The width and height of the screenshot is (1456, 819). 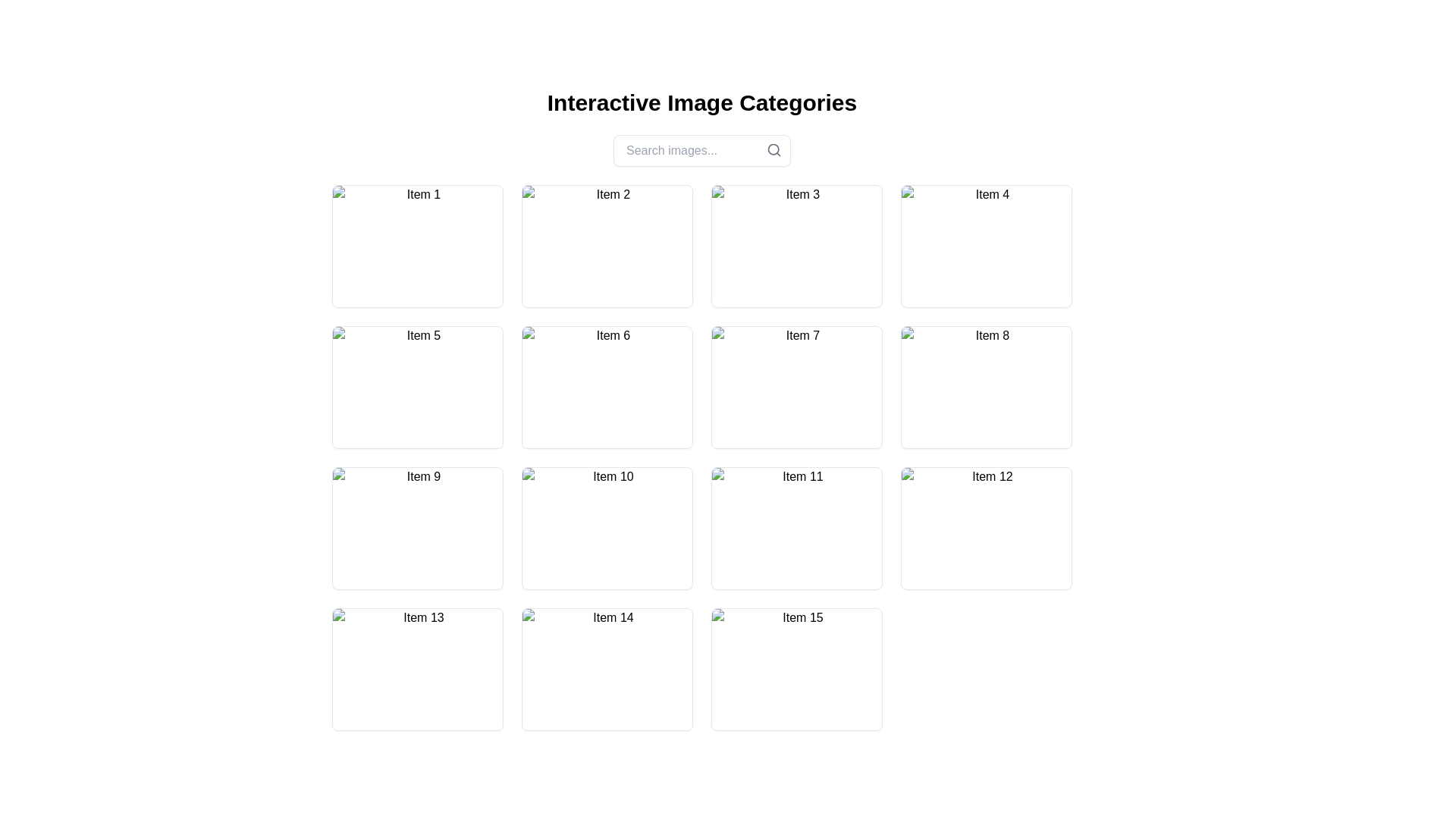 What do you see at coordinates (607, 528) in the screenshot?
I see `the interactive card located in the third row and second column of the grid, which is positioned between 'Item 9' and 'Item 11'` at bounding box center [607, 528].